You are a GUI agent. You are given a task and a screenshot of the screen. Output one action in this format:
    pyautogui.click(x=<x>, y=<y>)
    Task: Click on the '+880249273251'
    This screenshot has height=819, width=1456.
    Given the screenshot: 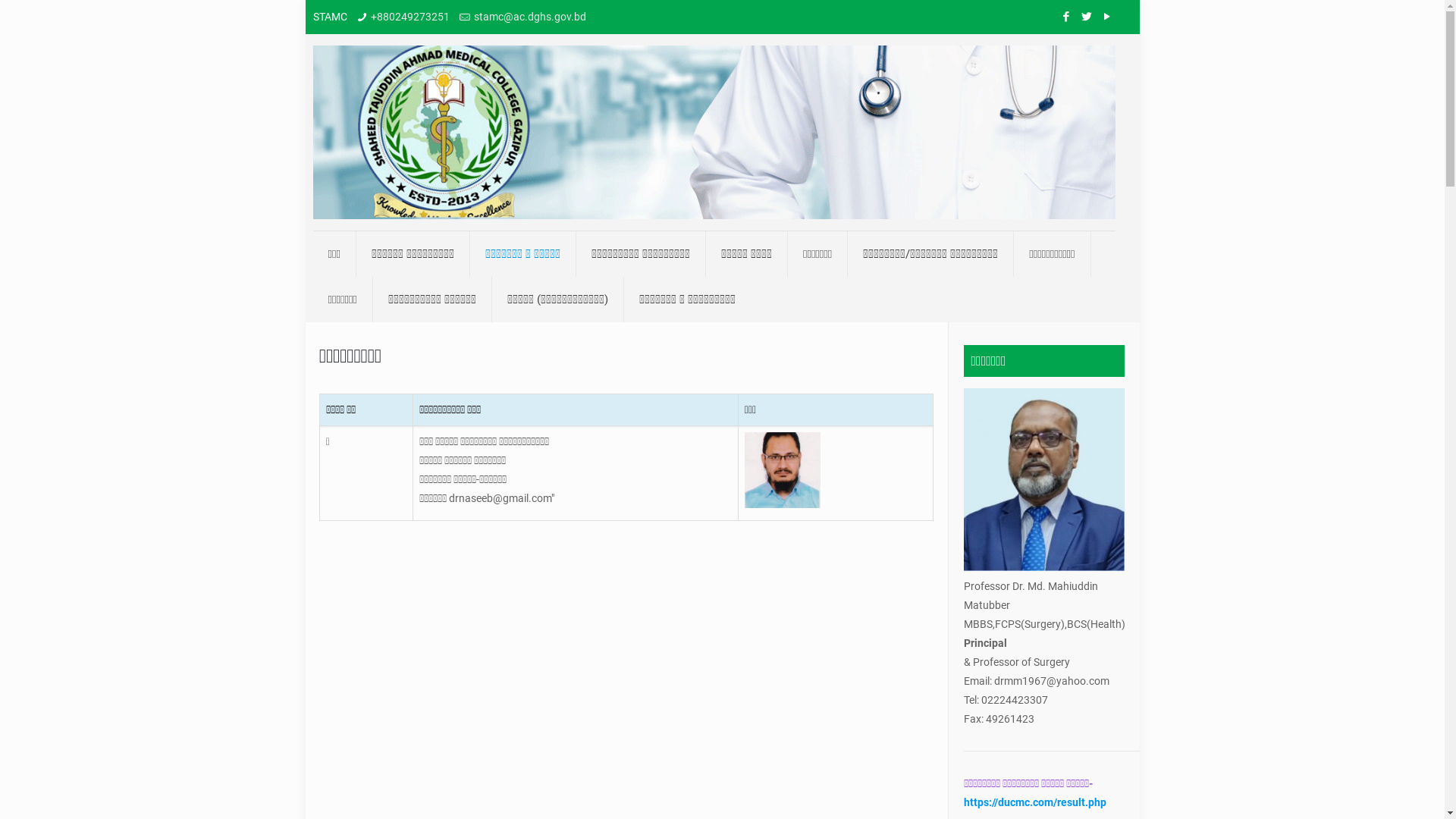 What is the action you would take?
    pyautogui.click(x=410, y=17)
    